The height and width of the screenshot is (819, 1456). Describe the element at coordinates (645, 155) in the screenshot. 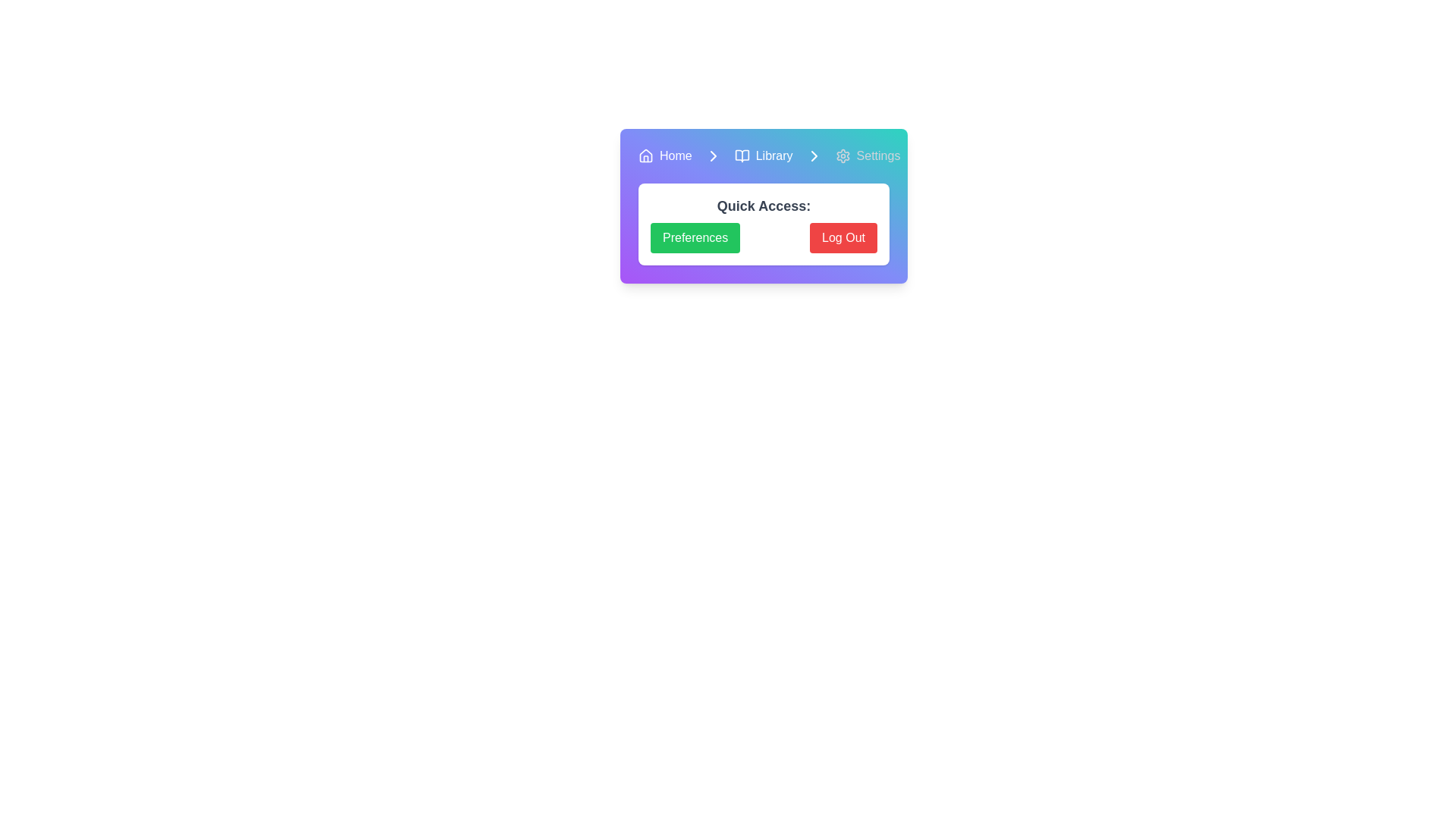

I see `the small house icon on the light blue background, which is the first element in the navigation group containing the text 'Home'` at that location.